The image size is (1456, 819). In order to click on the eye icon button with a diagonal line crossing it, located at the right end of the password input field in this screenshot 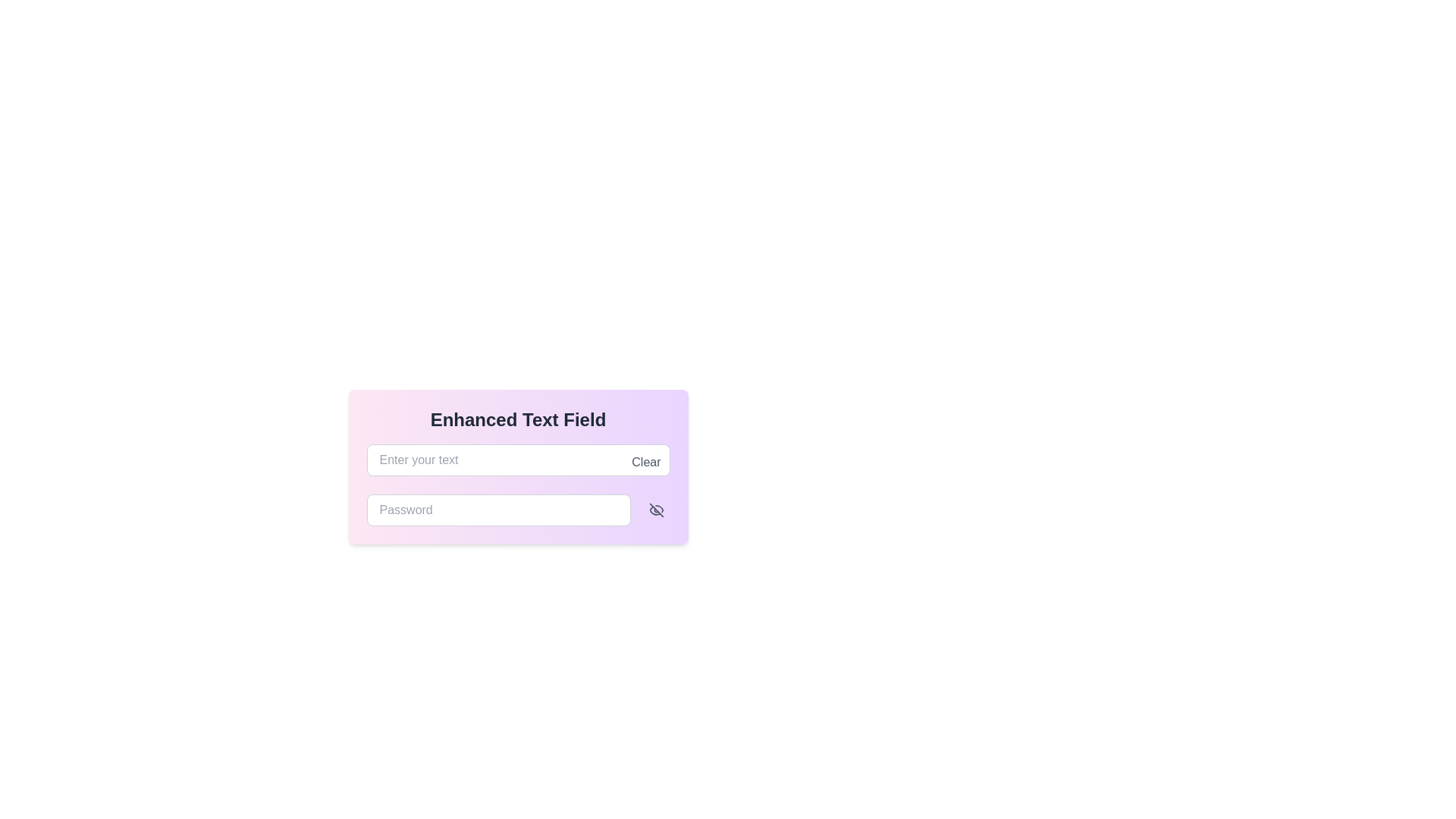, I will do `click(656, 510)`.